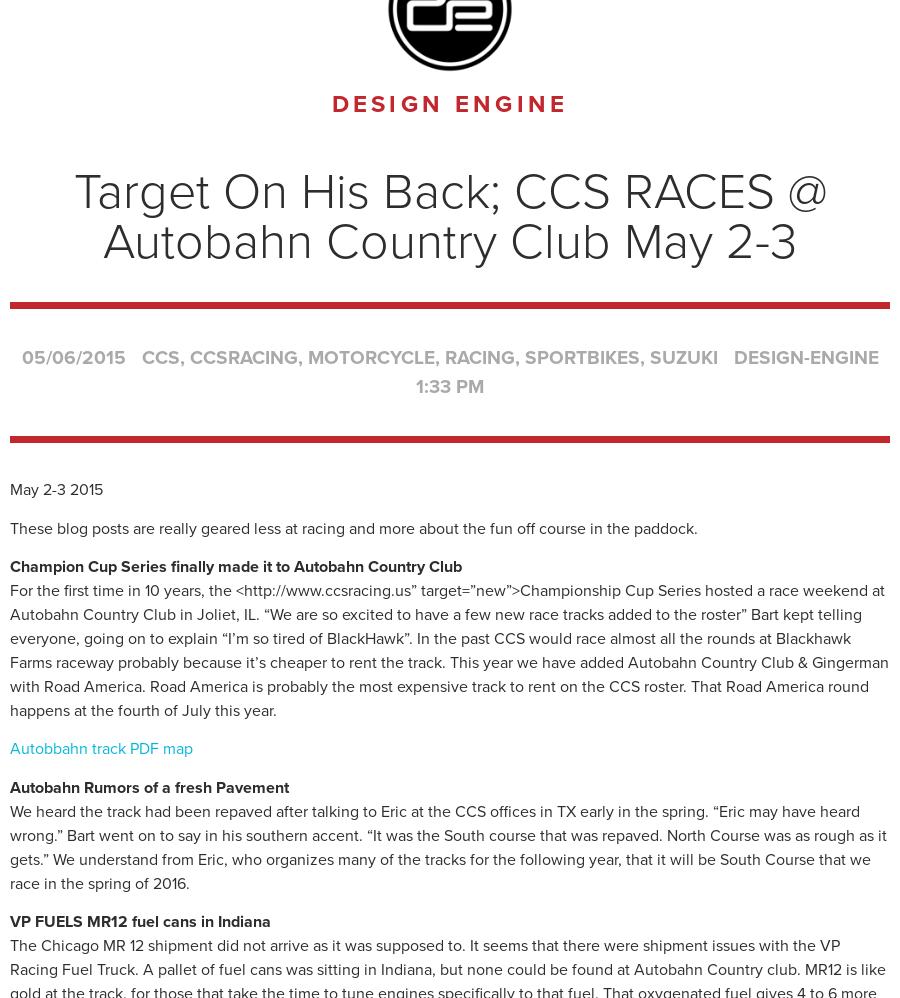 This screenshot has height=998, width=900. What do you see at coordinates (8, 748) in the screenshot?
I see `'Autobbahn track PDF map'` at bounding box center [8, 748].